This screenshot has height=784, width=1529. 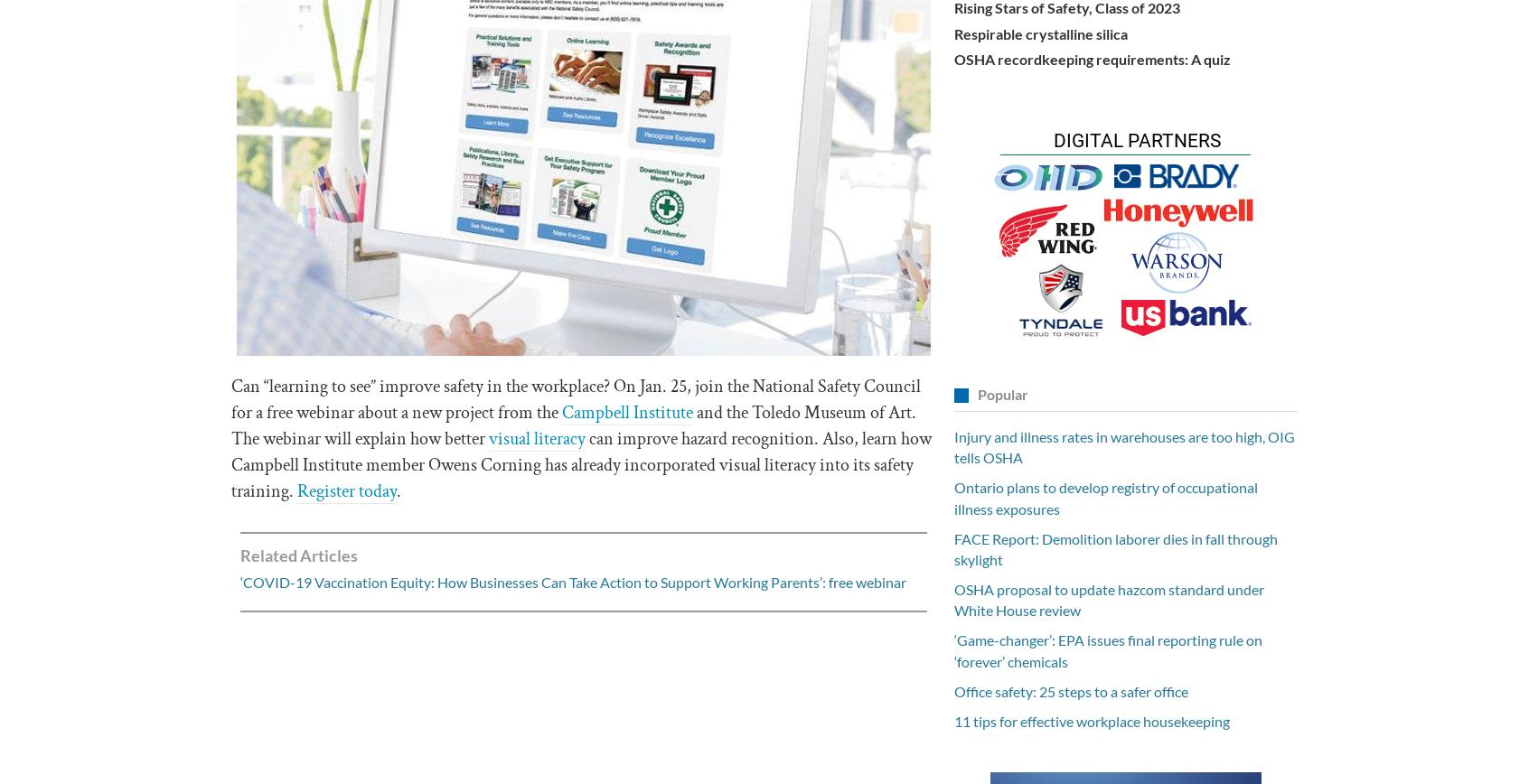 I want to click on '‘COVID-19 Vaccination Equity: How Businesses Can Take Action to Support Working Parents’: free webinar', so click(x=572, y=582).